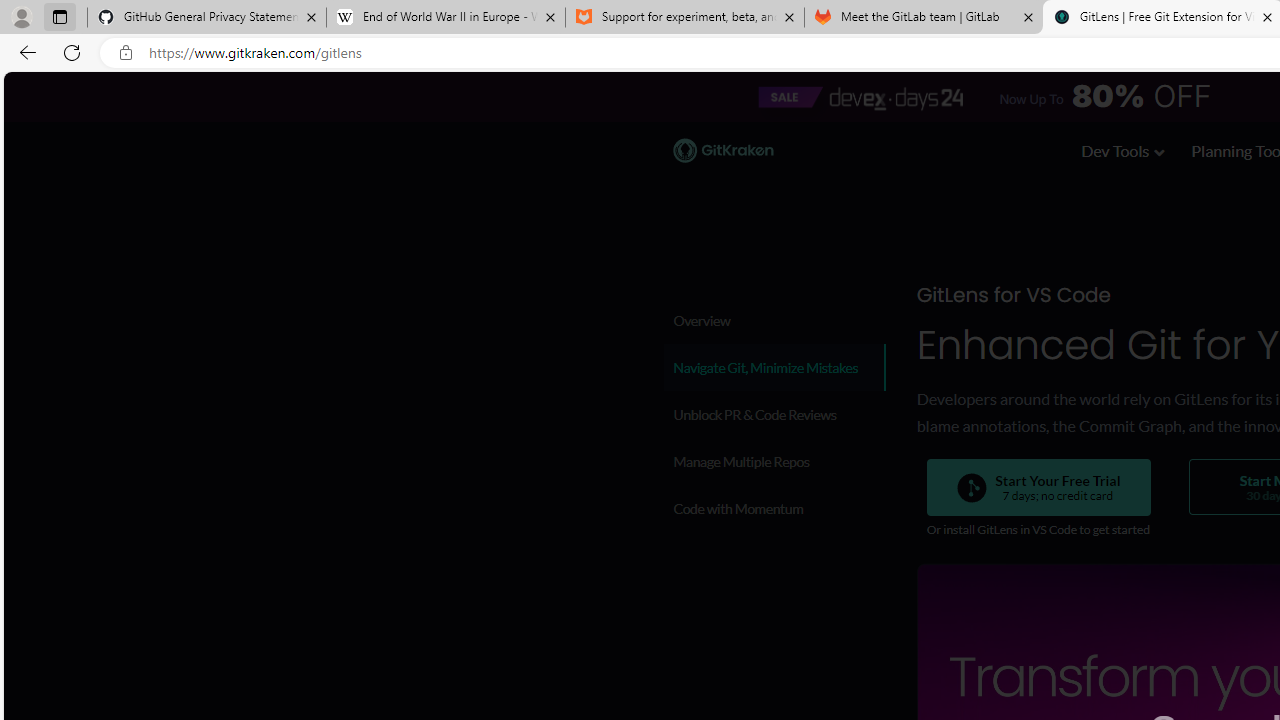 This screenshot has height=720, width=1280. What do you see at coordinates (773, 507) in the screenshot?
I see `'Code with Momentum'` at bounding box center [773, 507].